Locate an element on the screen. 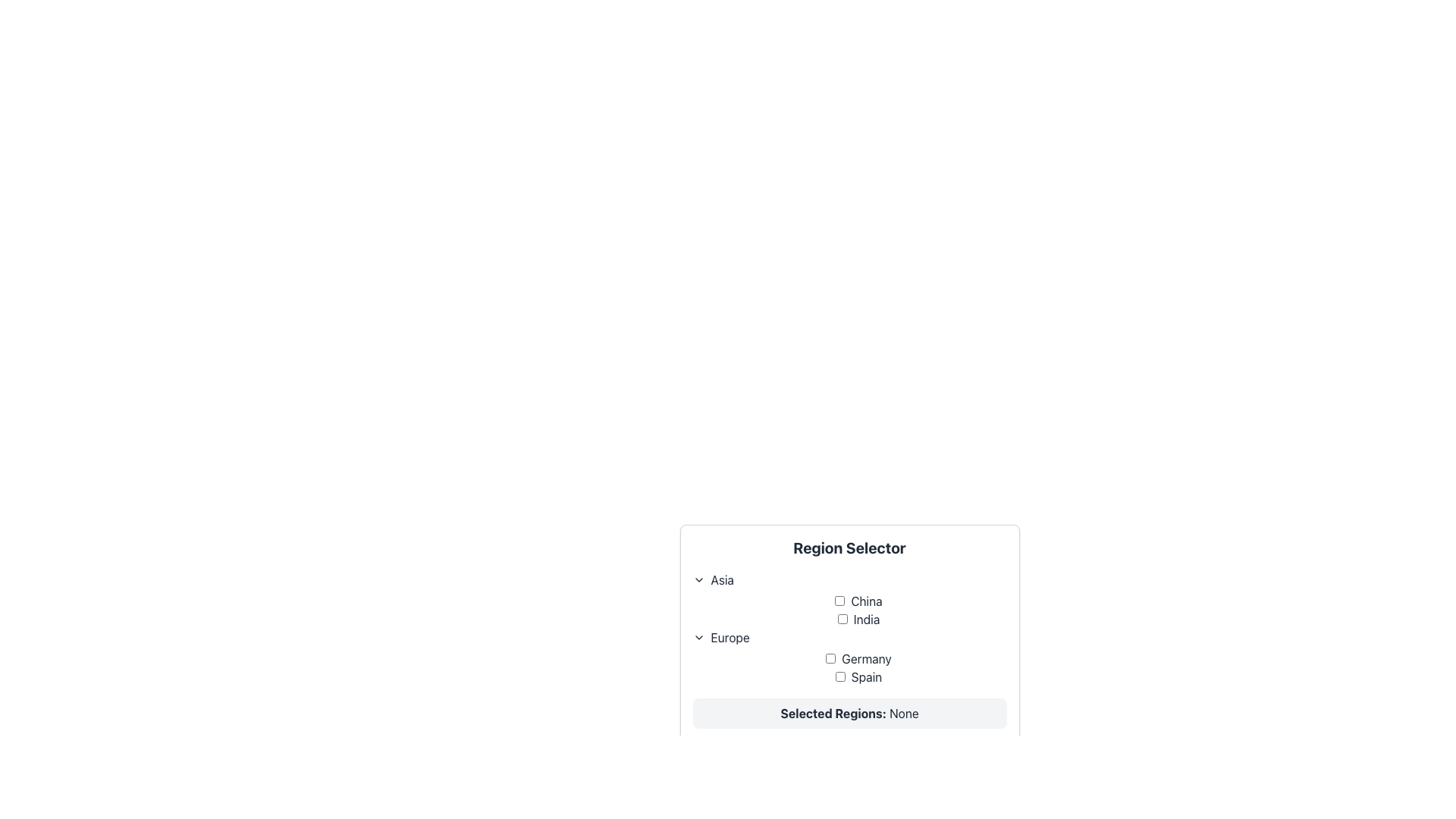  the checkbox located below the label 'Germany' and to the left of the text 'Spain' in the 'Europe' section of the Region Selector interface is located at coordinates (839, 676).